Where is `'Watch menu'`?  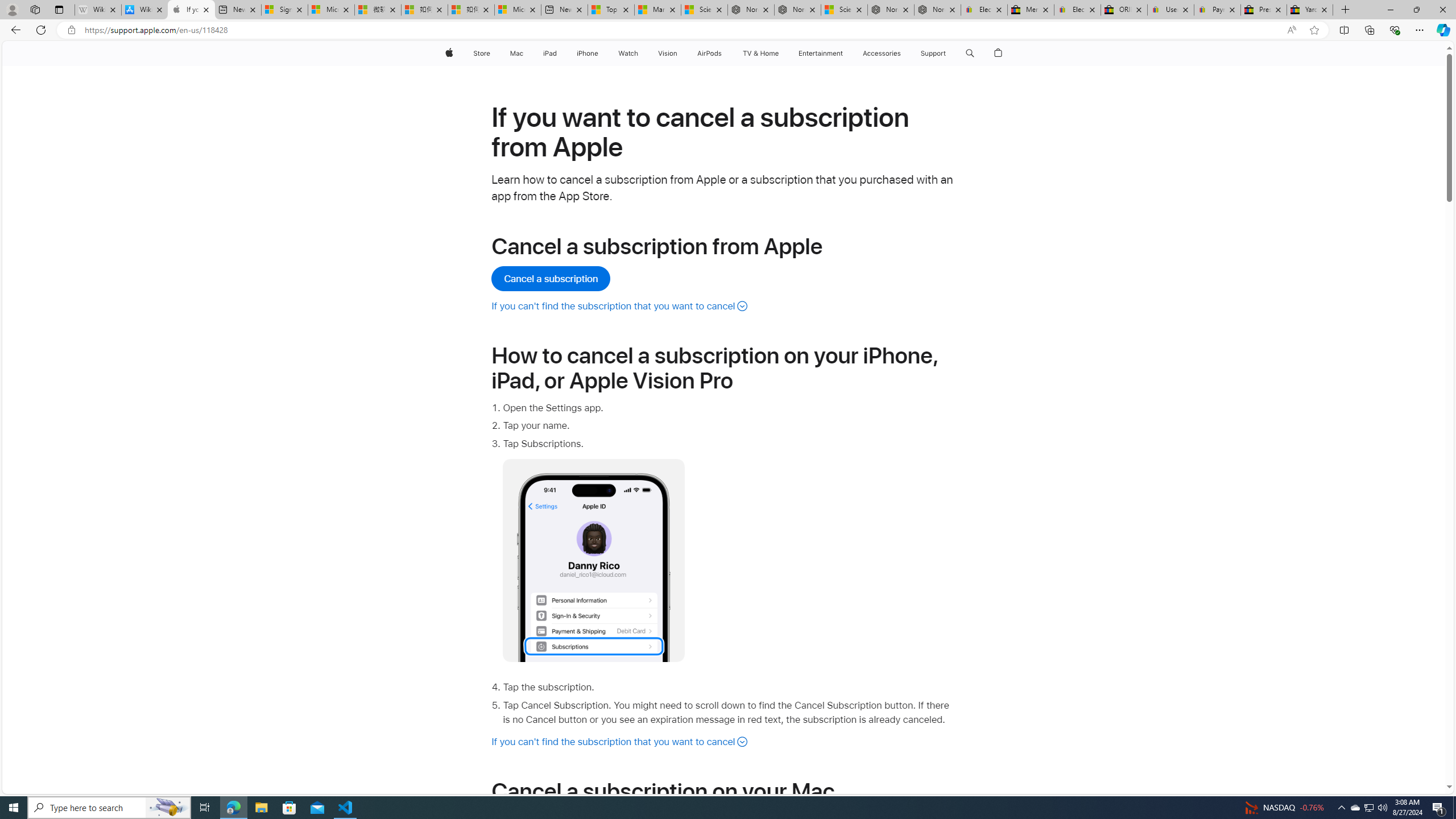 'Watch menu' is located at coordinates (640, 53).